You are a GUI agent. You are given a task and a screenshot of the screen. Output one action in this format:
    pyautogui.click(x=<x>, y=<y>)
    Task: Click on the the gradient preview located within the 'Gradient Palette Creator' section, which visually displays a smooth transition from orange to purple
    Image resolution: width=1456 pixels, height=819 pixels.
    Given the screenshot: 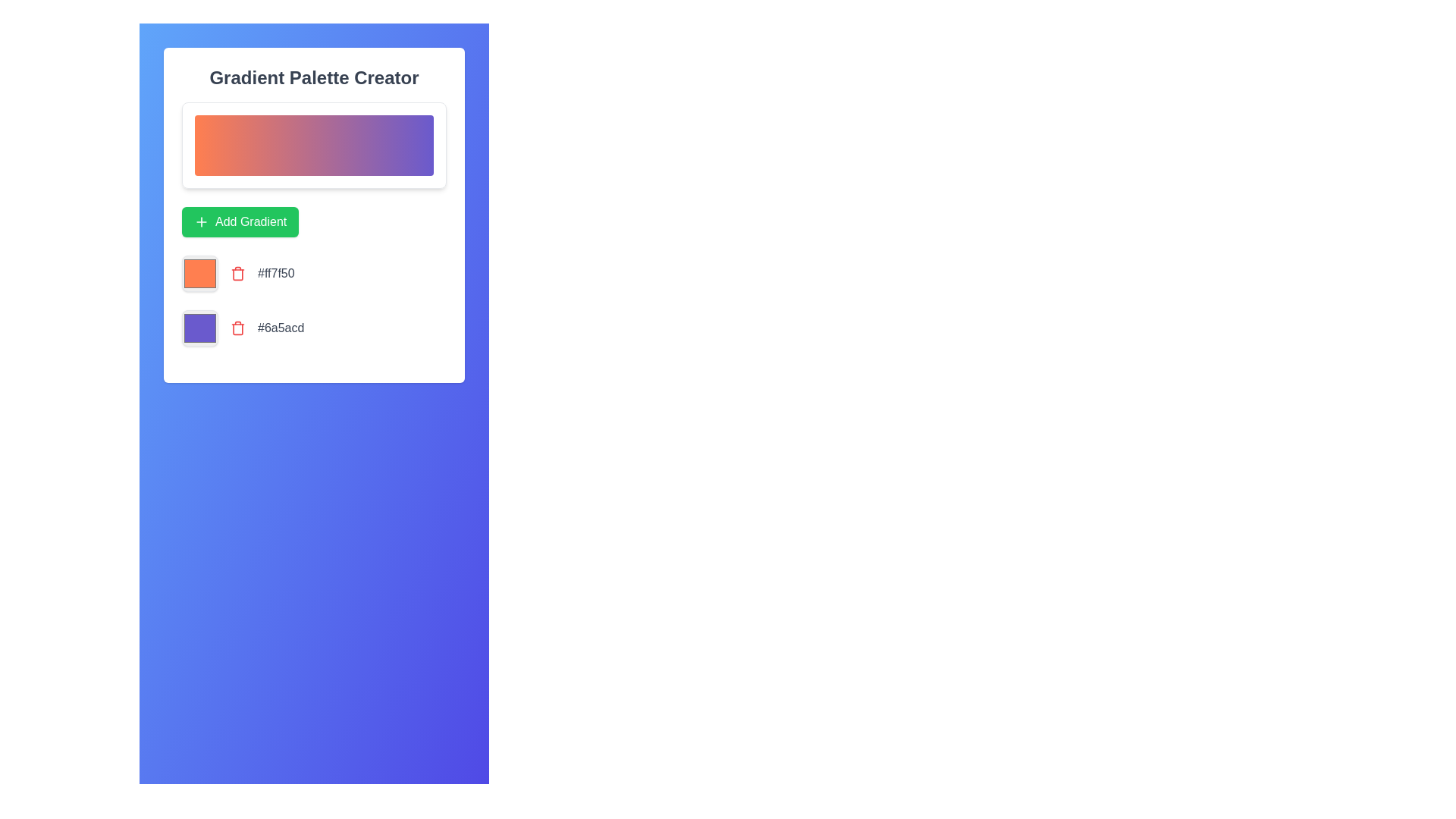 What is the action you would take?
    pyautogui.click(x=313, y=215)
    